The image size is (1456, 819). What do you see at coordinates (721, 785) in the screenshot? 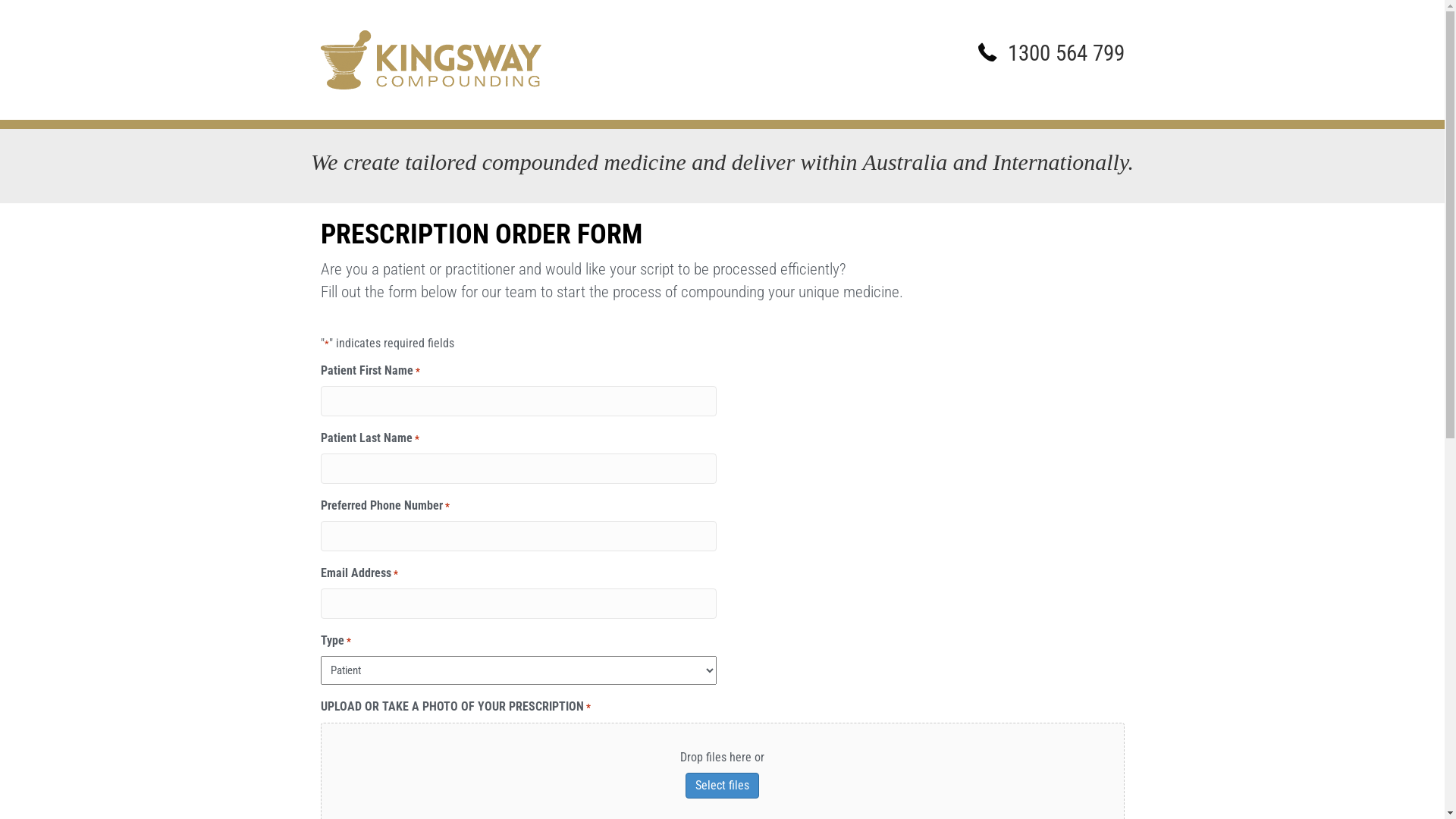
I see `'Select files'` at bounding box center [721, 785].